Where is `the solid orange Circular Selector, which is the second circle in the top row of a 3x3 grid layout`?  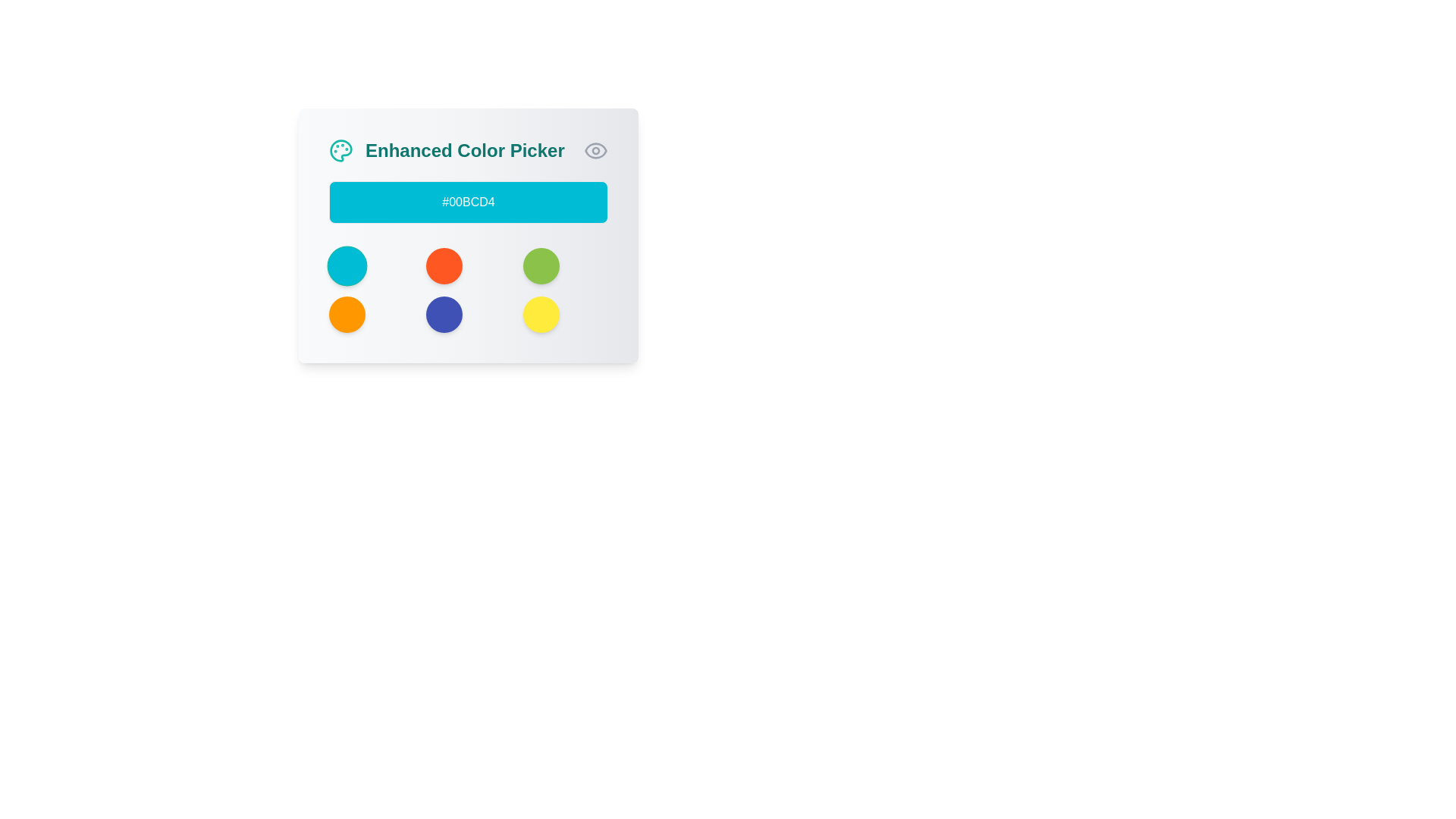
the solid orange Circular Selector, which is the second circle in the top row of a 3x3 grid layout is located at coordinates (468, 256).